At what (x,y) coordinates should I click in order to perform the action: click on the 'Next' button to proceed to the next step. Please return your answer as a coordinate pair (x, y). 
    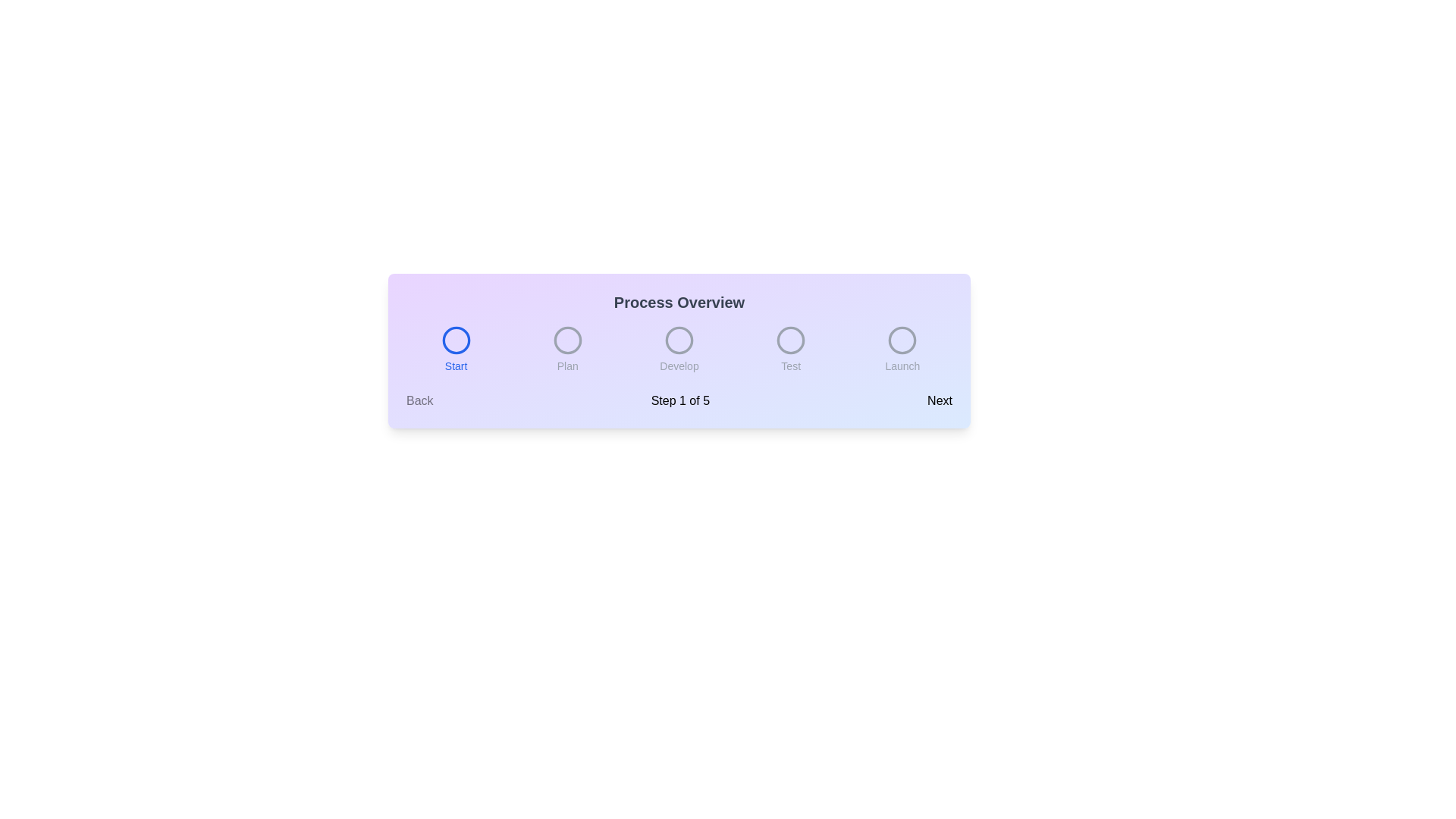
    Looking at the image, I should click on (939, 400).